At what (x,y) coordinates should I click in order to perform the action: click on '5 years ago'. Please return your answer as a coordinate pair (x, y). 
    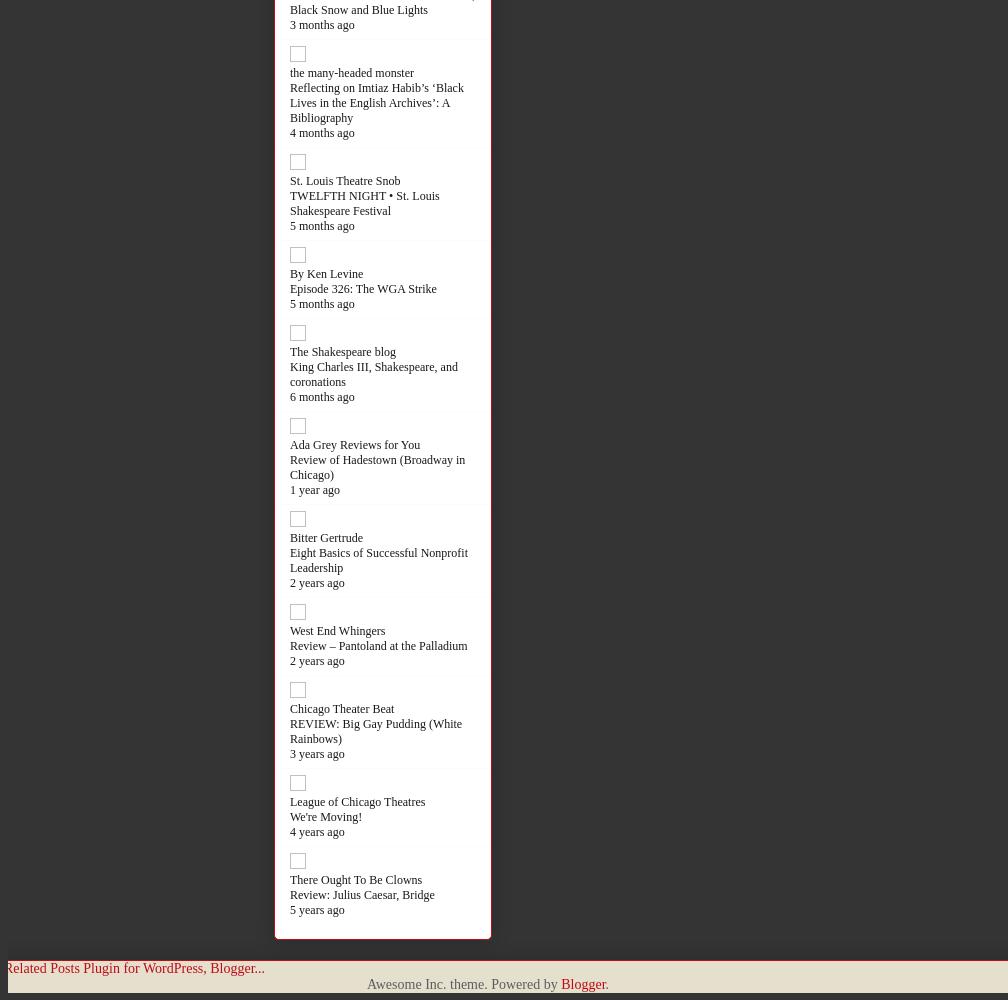
    Looking at the image, I should click on (317, 909).